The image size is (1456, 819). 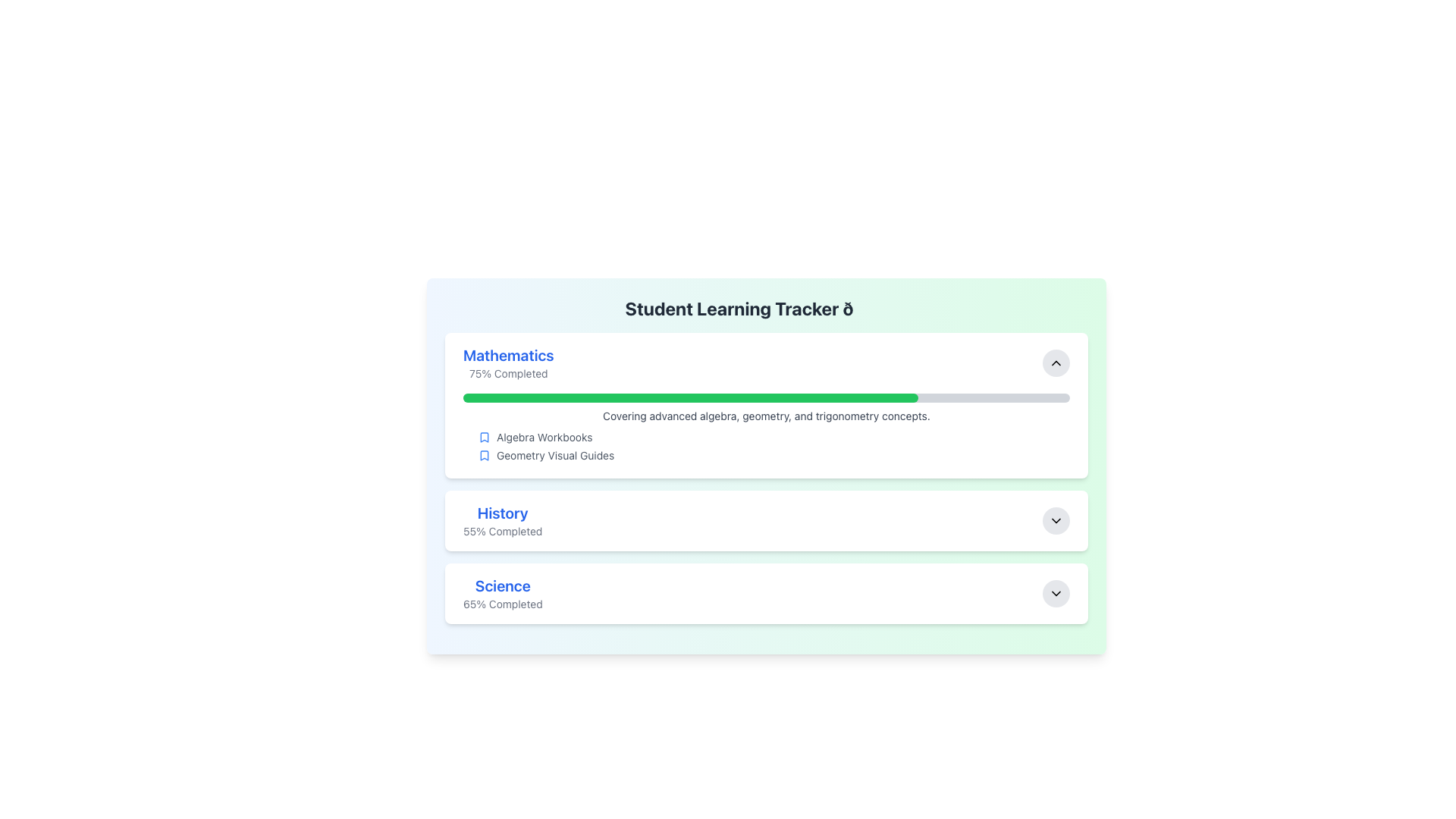 I want to click on the text-based informational label displaying 'Mathematics' with the status '75% Completed', located in the top section of a segmented list, so click(x=508, y=362).